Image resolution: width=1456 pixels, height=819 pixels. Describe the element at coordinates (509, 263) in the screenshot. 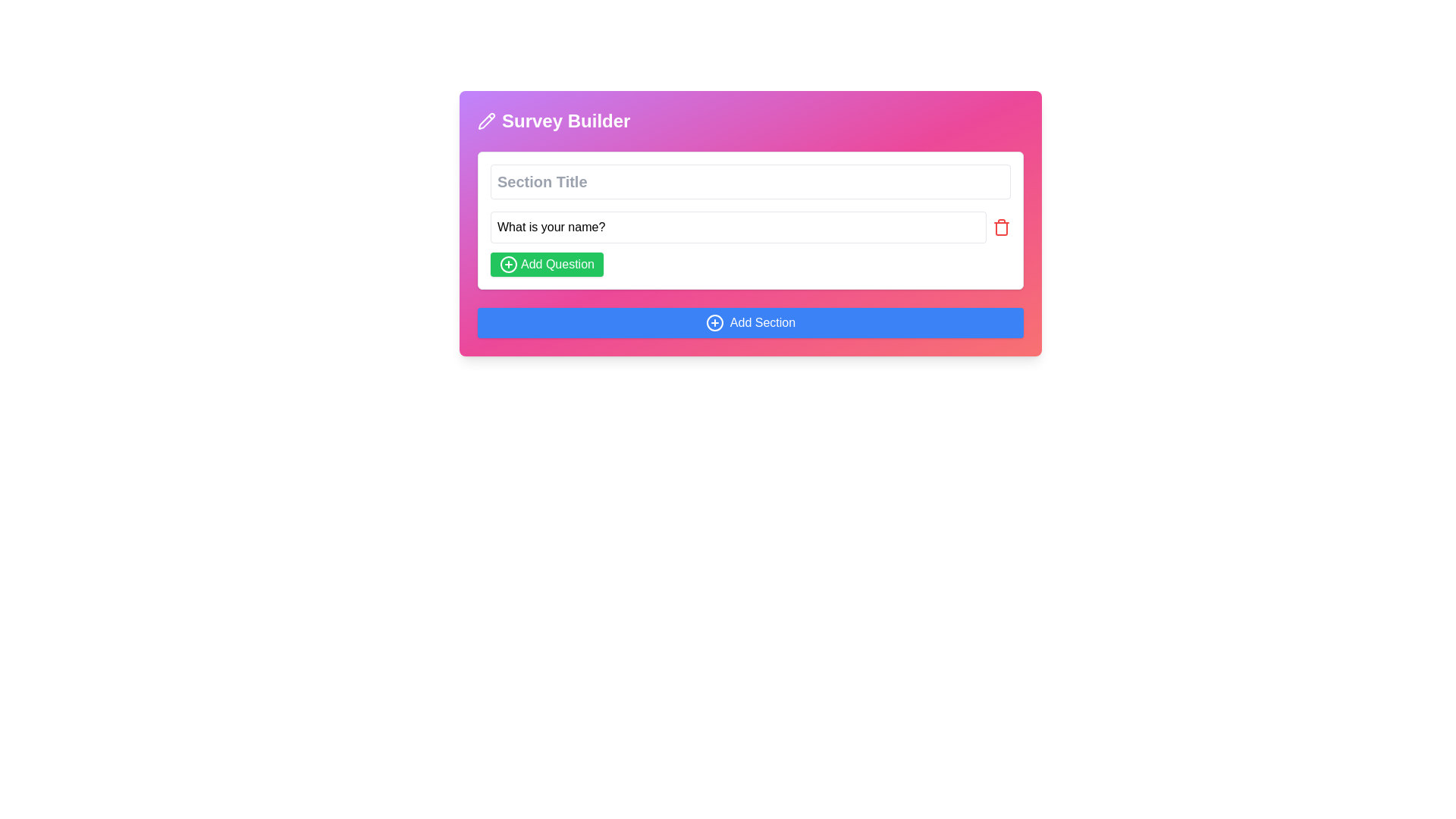

I see `the icon located on the left side of the green button labeled 'Add Question'` at that location.